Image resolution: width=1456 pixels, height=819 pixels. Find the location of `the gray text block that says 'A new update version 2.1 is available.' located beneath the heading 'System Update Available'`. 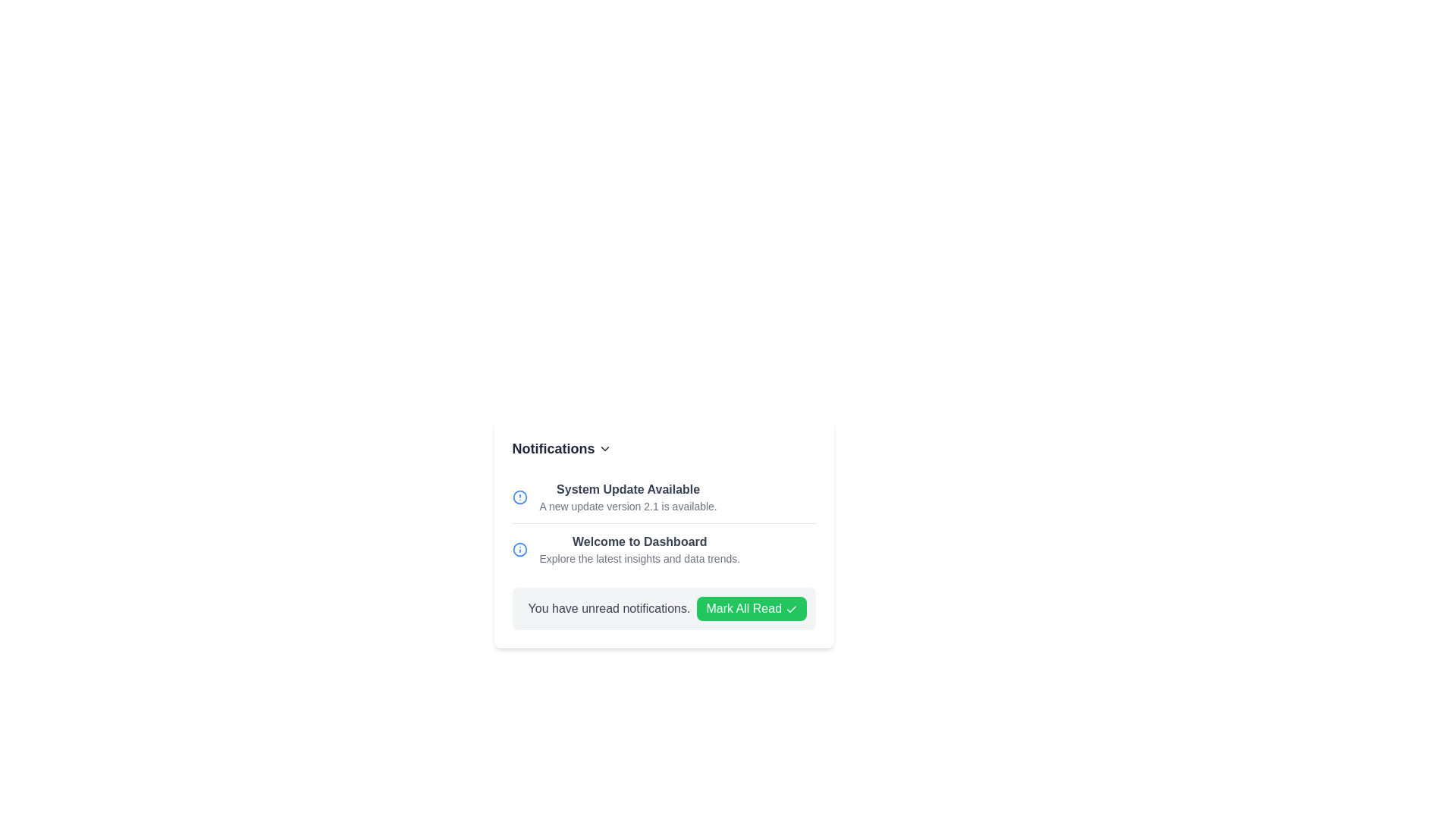

the gray text block that says 'A new update version 2.1 is available.' located beneath the heading 'System Update Available' is located at coordinates (628, 506).